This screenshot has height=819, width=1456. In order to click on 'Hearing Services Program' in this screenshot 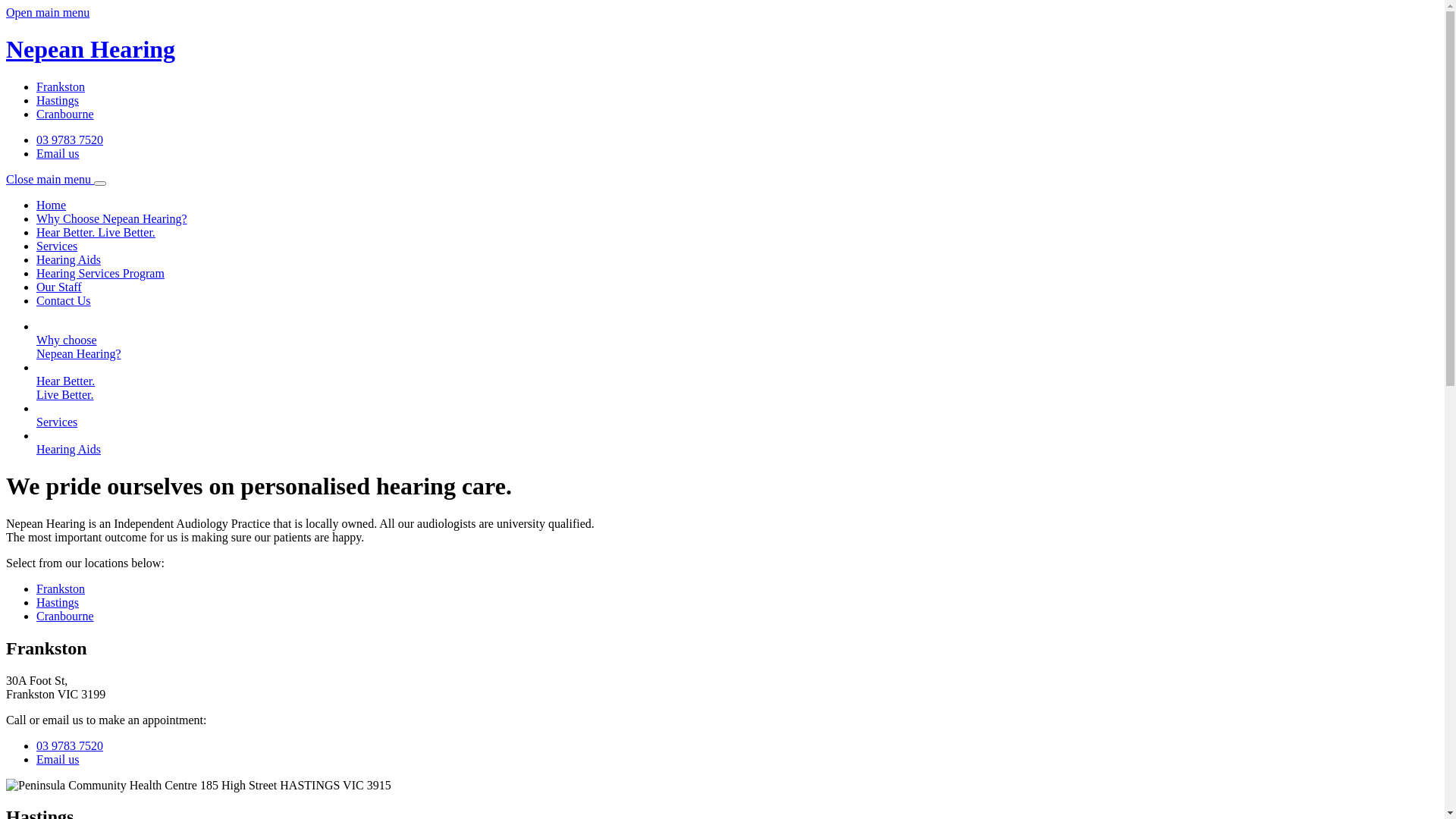, I will do `click(99, 273)`.